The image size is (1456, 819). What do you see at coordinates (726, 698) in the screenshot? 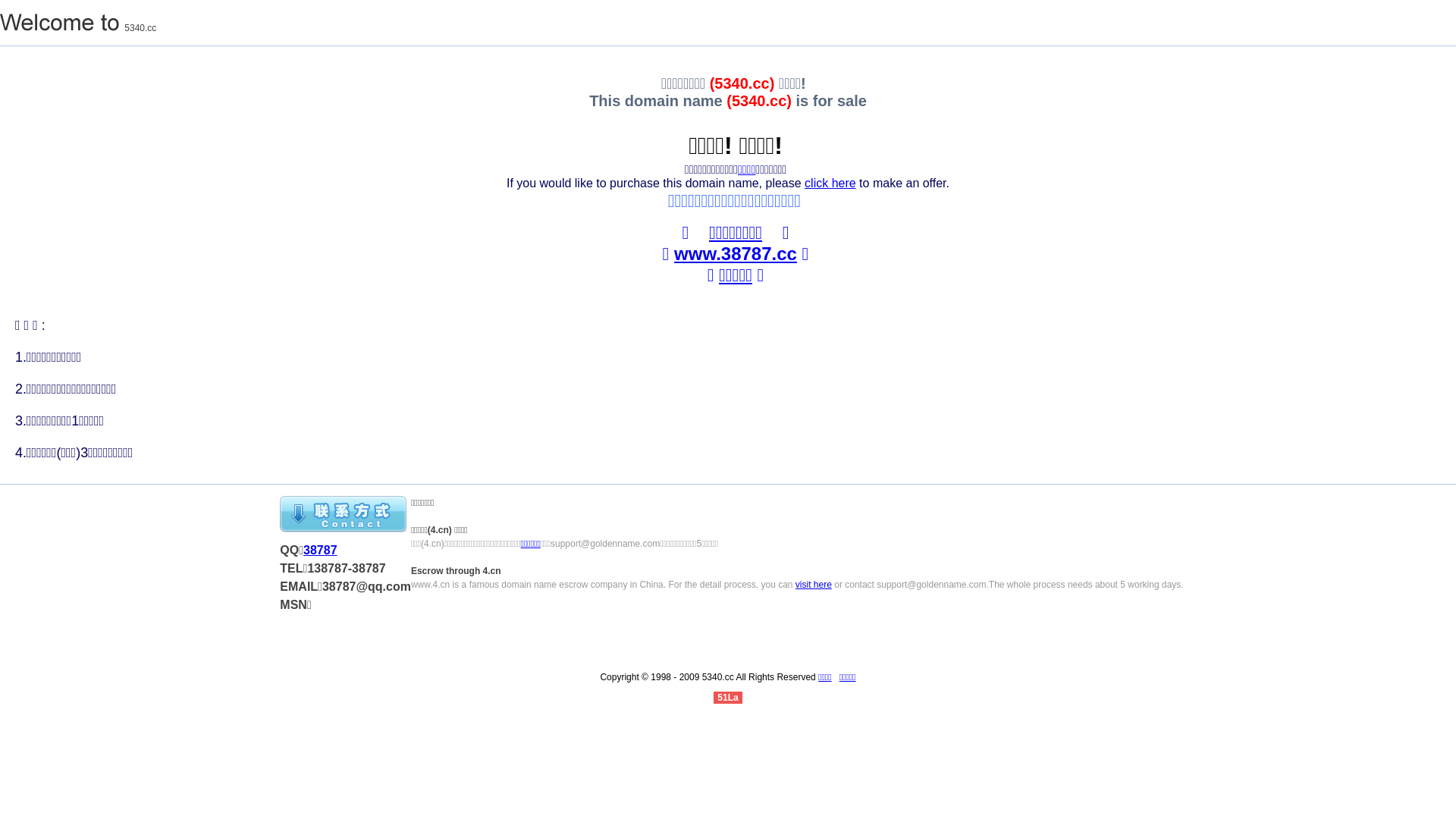
I see `'51La'` at bounding box center [726, 698].